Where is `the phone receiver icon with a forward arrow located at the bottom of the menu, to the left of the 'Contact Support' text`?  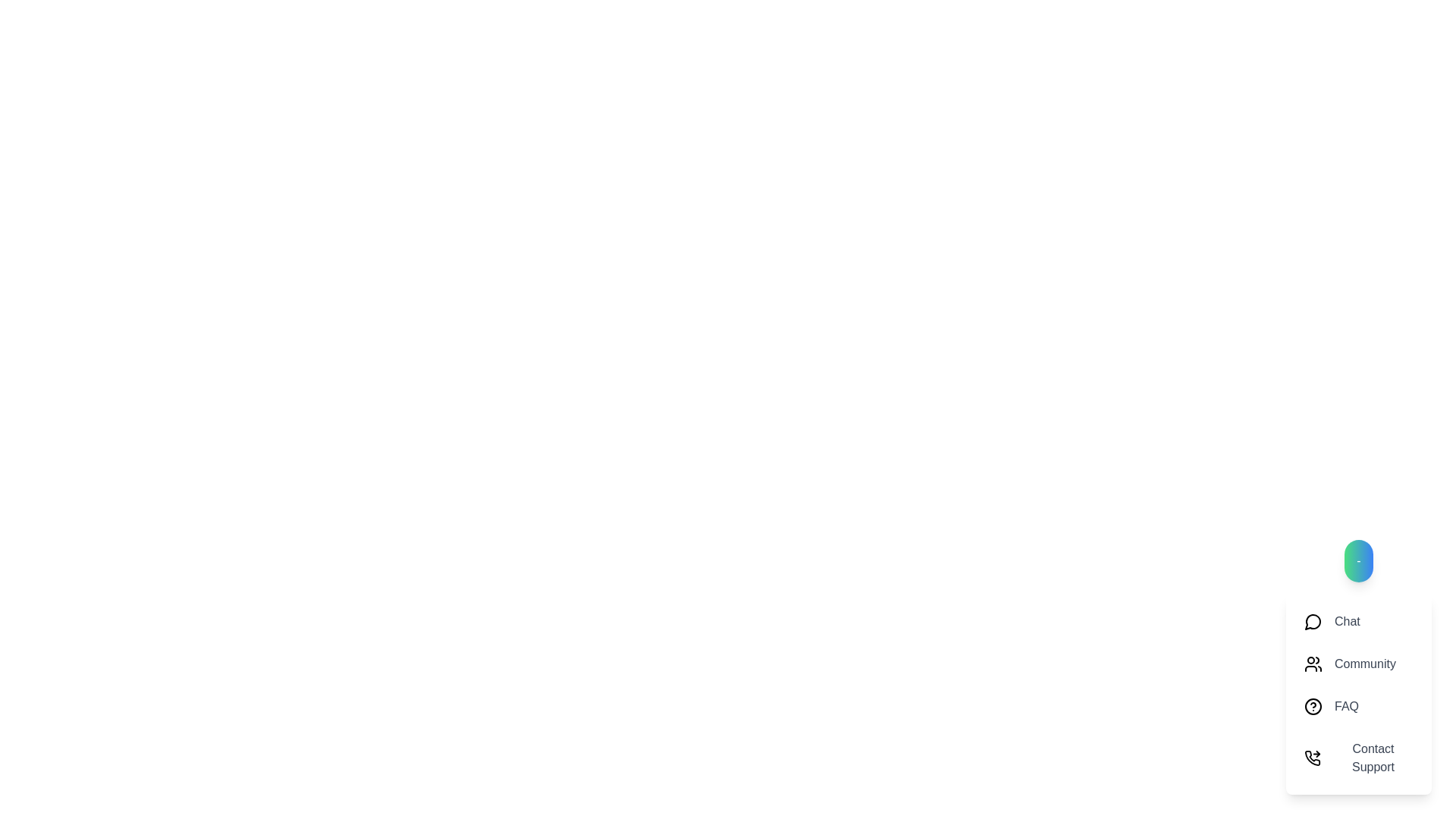 the phone receiver icon with a forward arrow located at the bottom of the menu, to the left of the 'Contact Support' text is located at coordinates (1312, 758).